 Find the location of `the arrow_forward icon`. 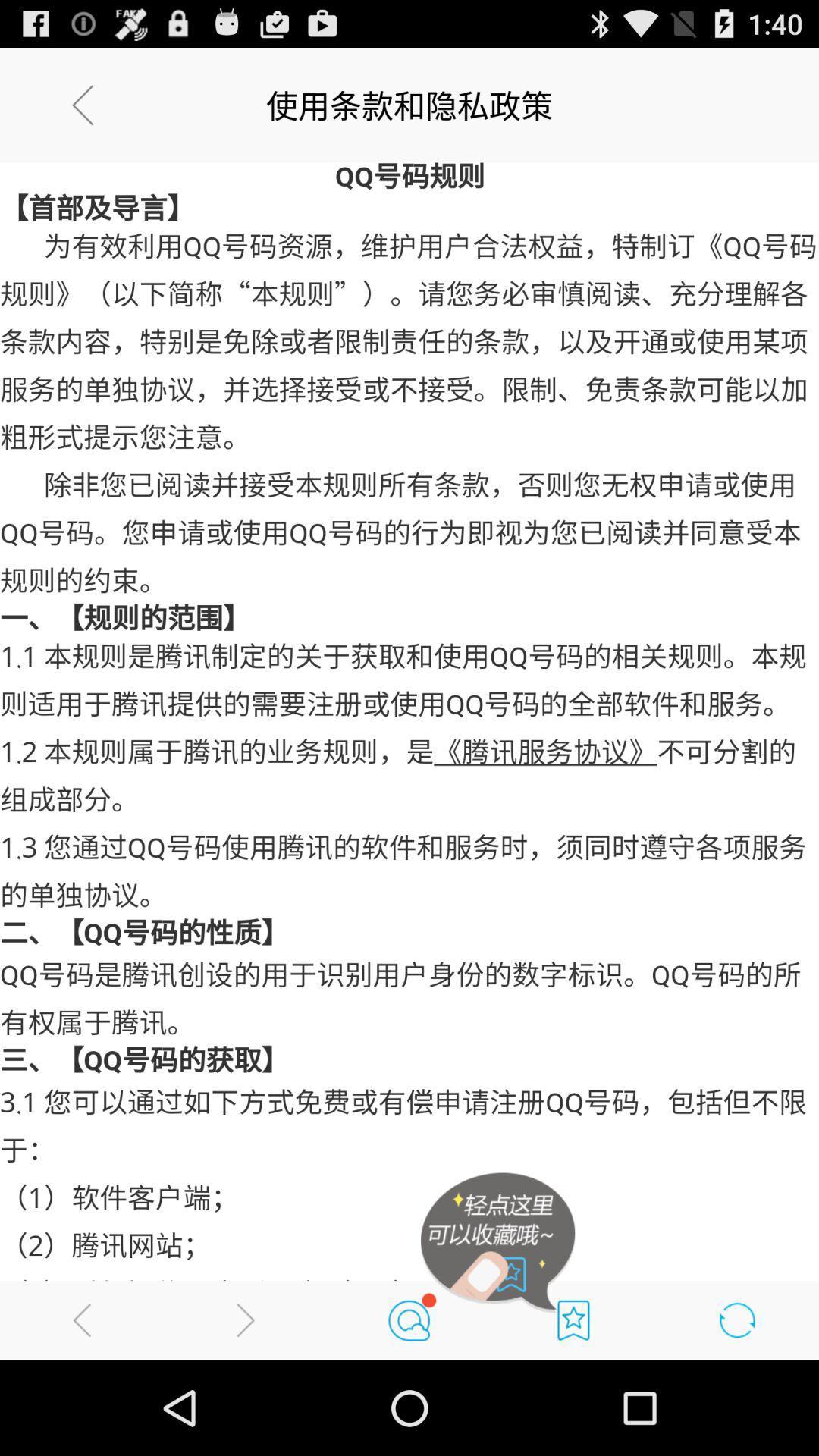

the arrow_forward icon is located at coordinates (245, 1412).